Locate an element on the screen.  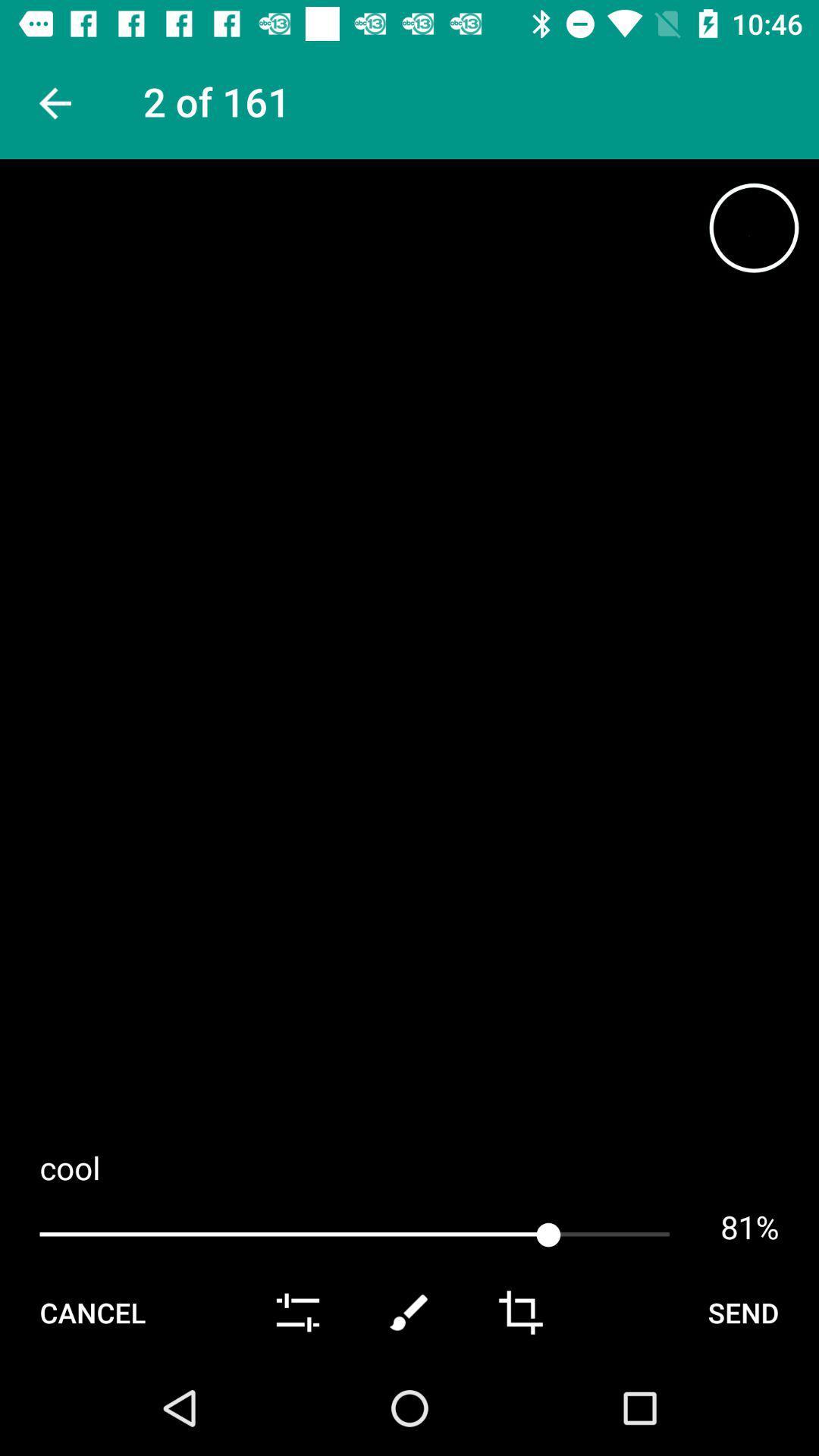
the icon at the top left corner is located at coordinates (52, 102).